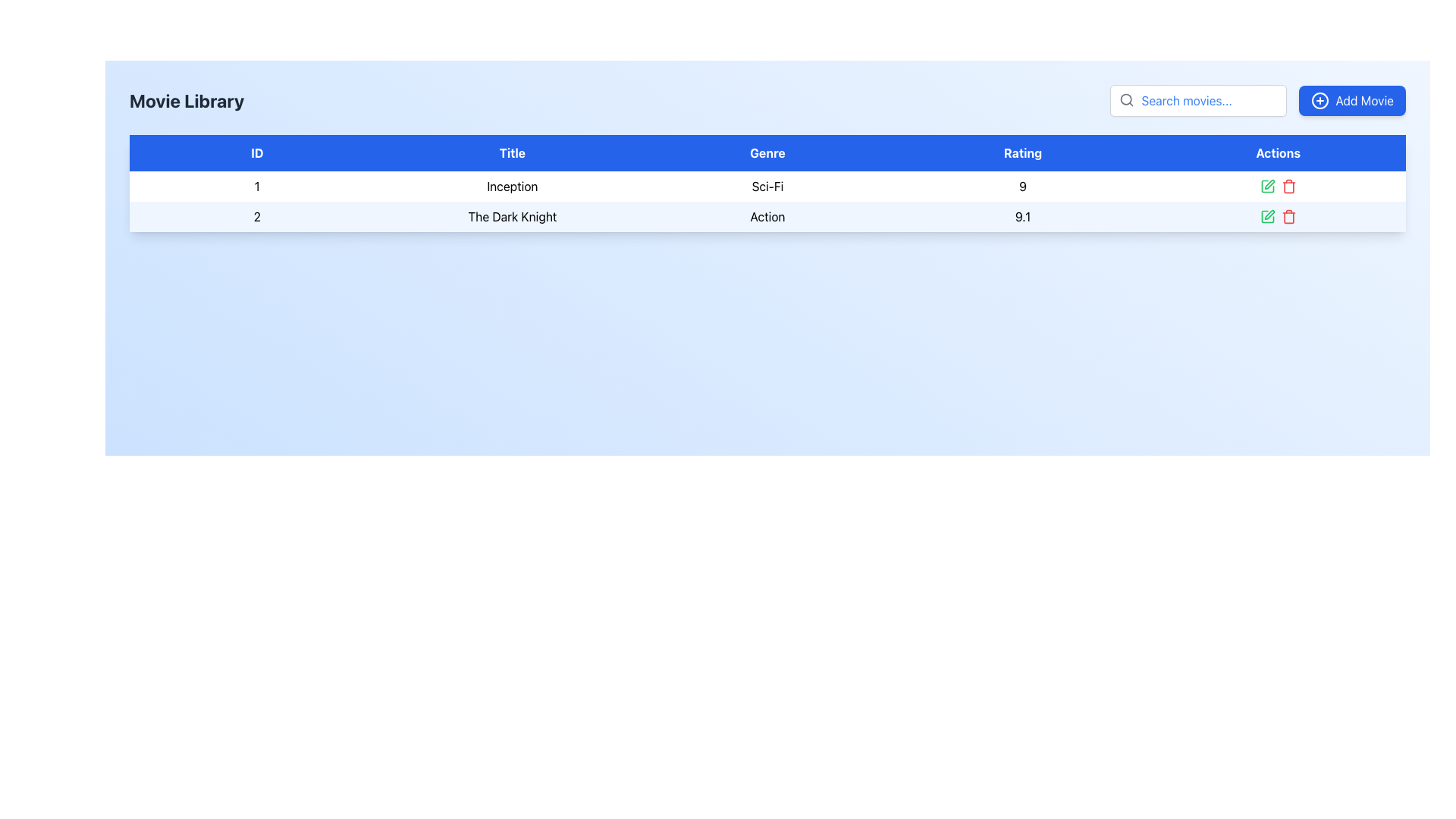 The image size is (1456, 819). Describe the element at coordinates (512, 216) in the screenshot. I see `the text label representing the title of a movie located in the second row of a table under the 'Title' column` at that location.